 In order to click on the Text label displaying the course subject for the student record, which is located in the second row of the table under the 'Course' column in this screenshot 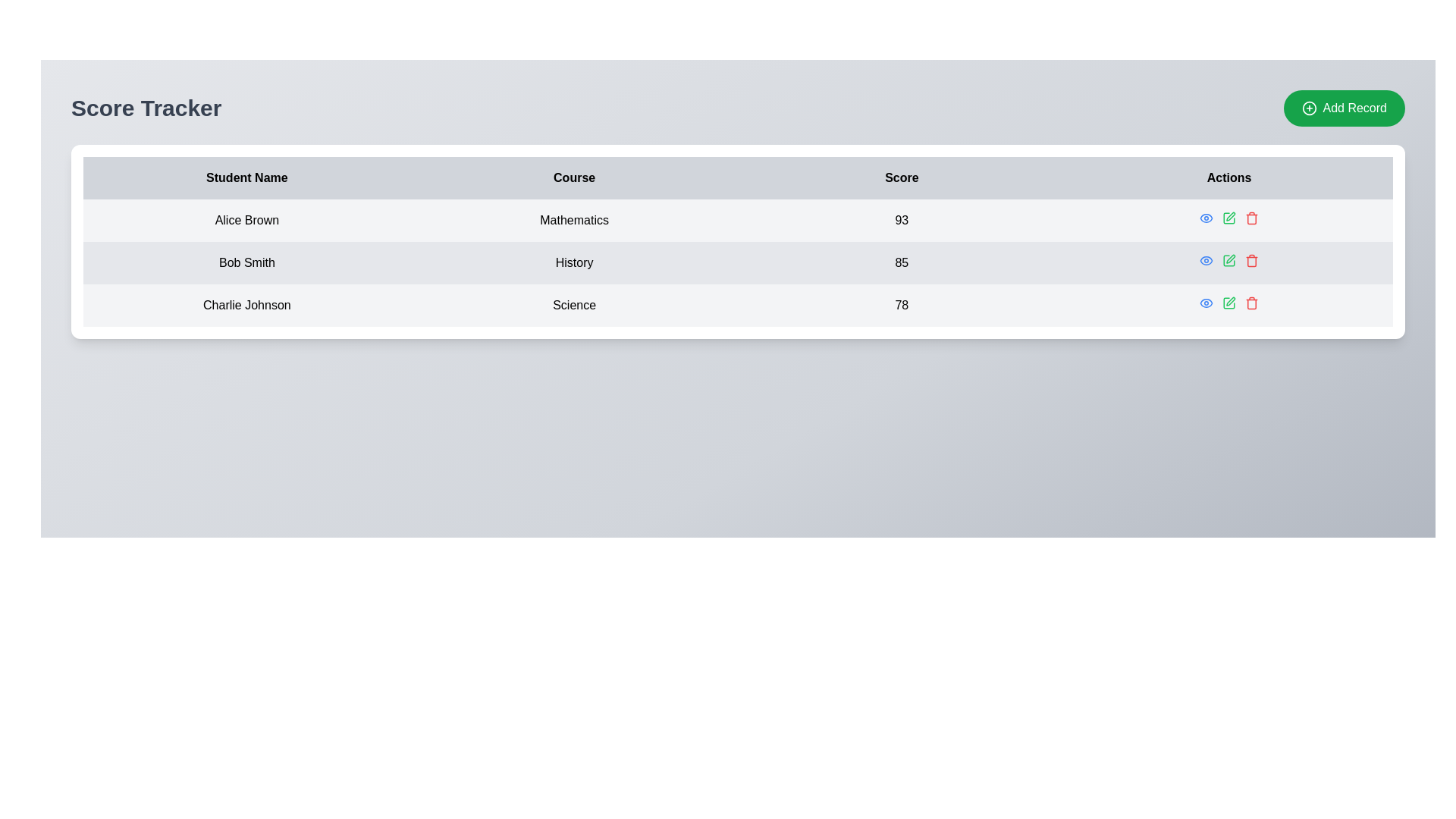, I will do `click(573, 262)`.